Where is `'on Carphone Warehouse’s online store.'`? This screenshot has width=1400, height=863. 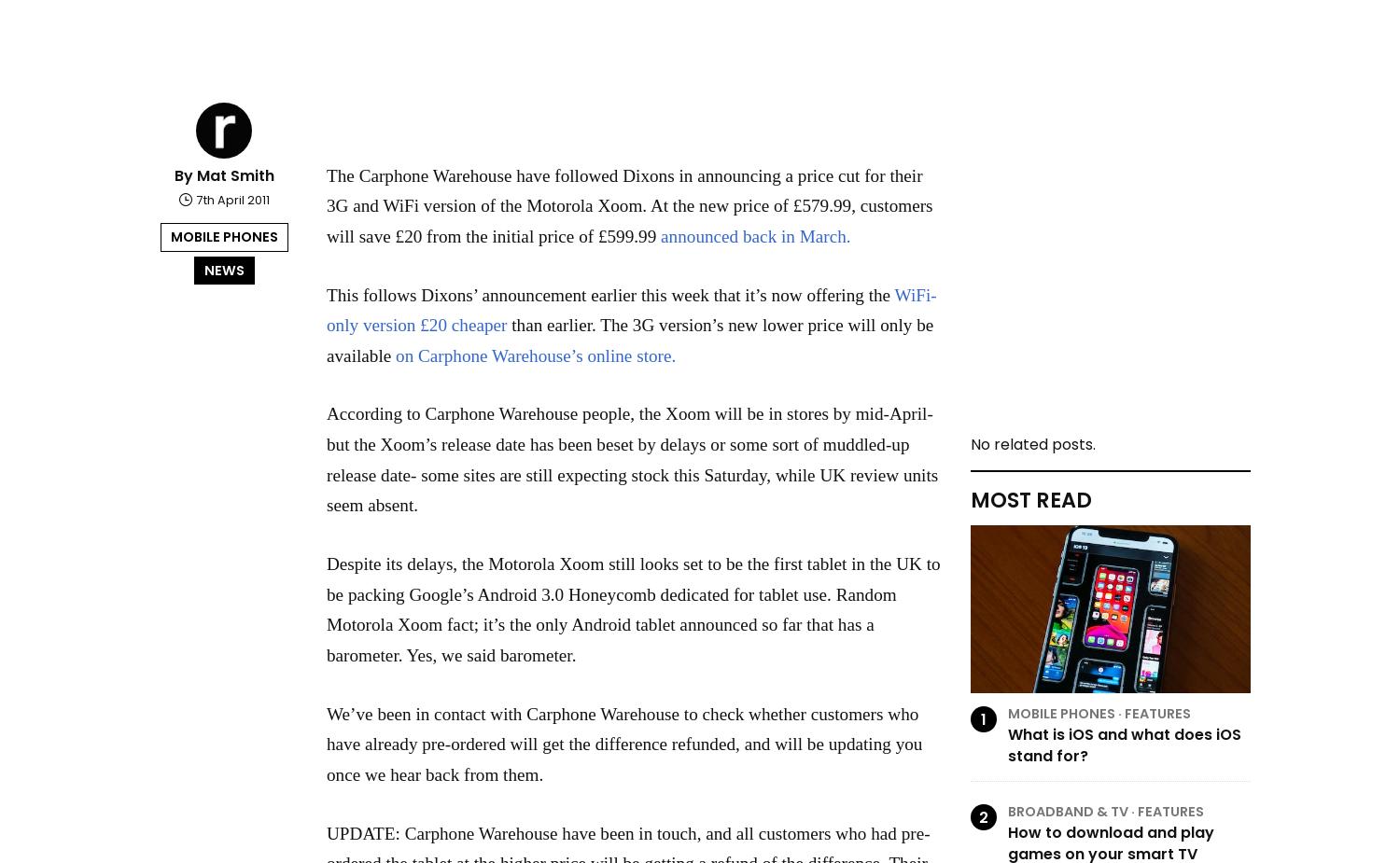
'on Carphone Warehouse’s online store.' is located at coordinates (535, 354).